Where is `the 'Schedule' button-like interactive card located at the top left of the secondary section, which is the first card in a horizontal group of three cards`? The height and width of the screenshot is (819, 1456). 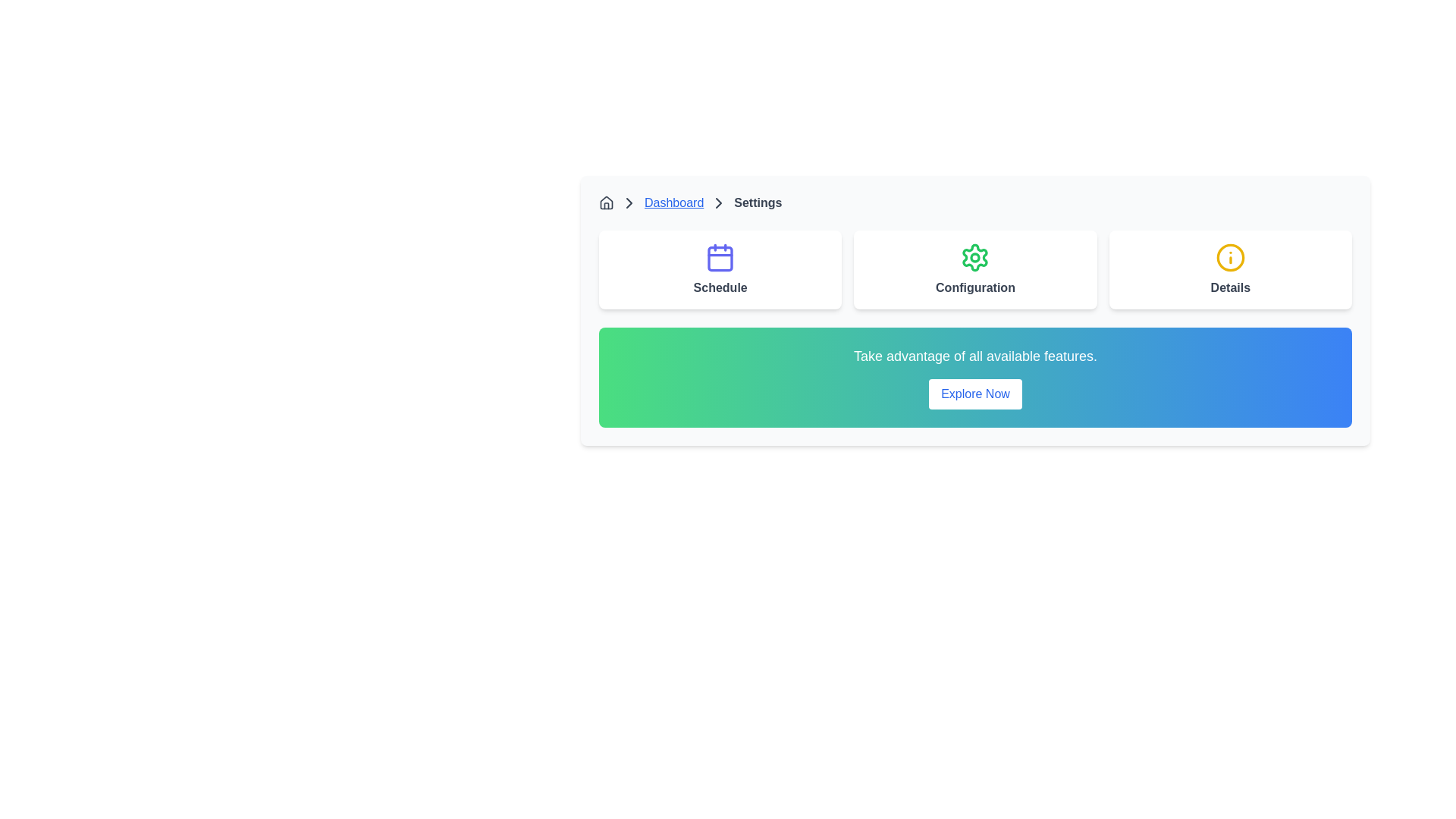 the 'Schedule' button-like interactive card located at the top left of the secondary section, which is the first card in a horizontal group of three cards is located at coordinates (720, 268).